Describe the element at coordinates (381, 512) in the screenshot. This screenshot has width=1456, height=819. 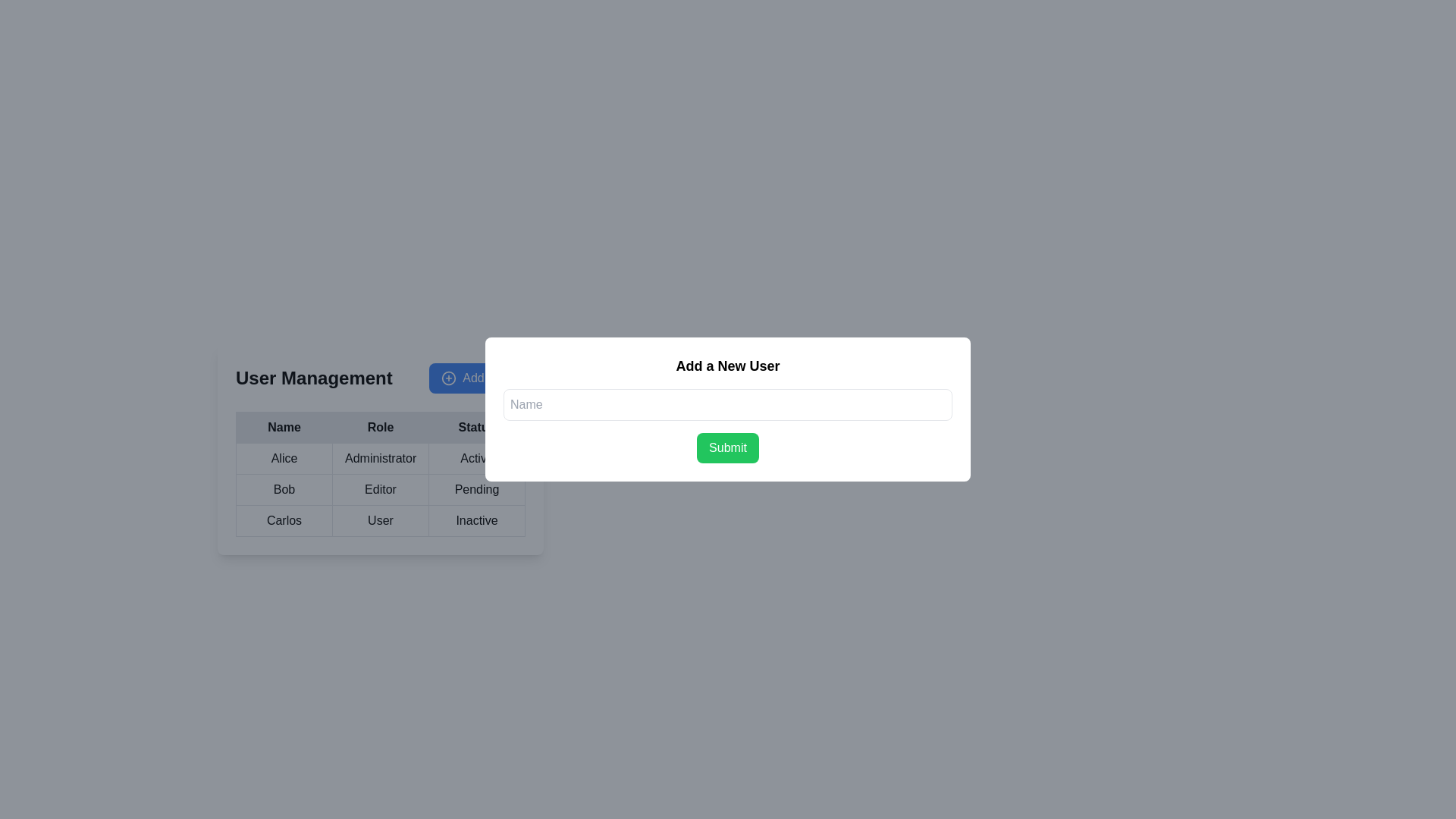
I see `the 'Role' cell displaying 'User' for the user 'Carlos'` at that location.